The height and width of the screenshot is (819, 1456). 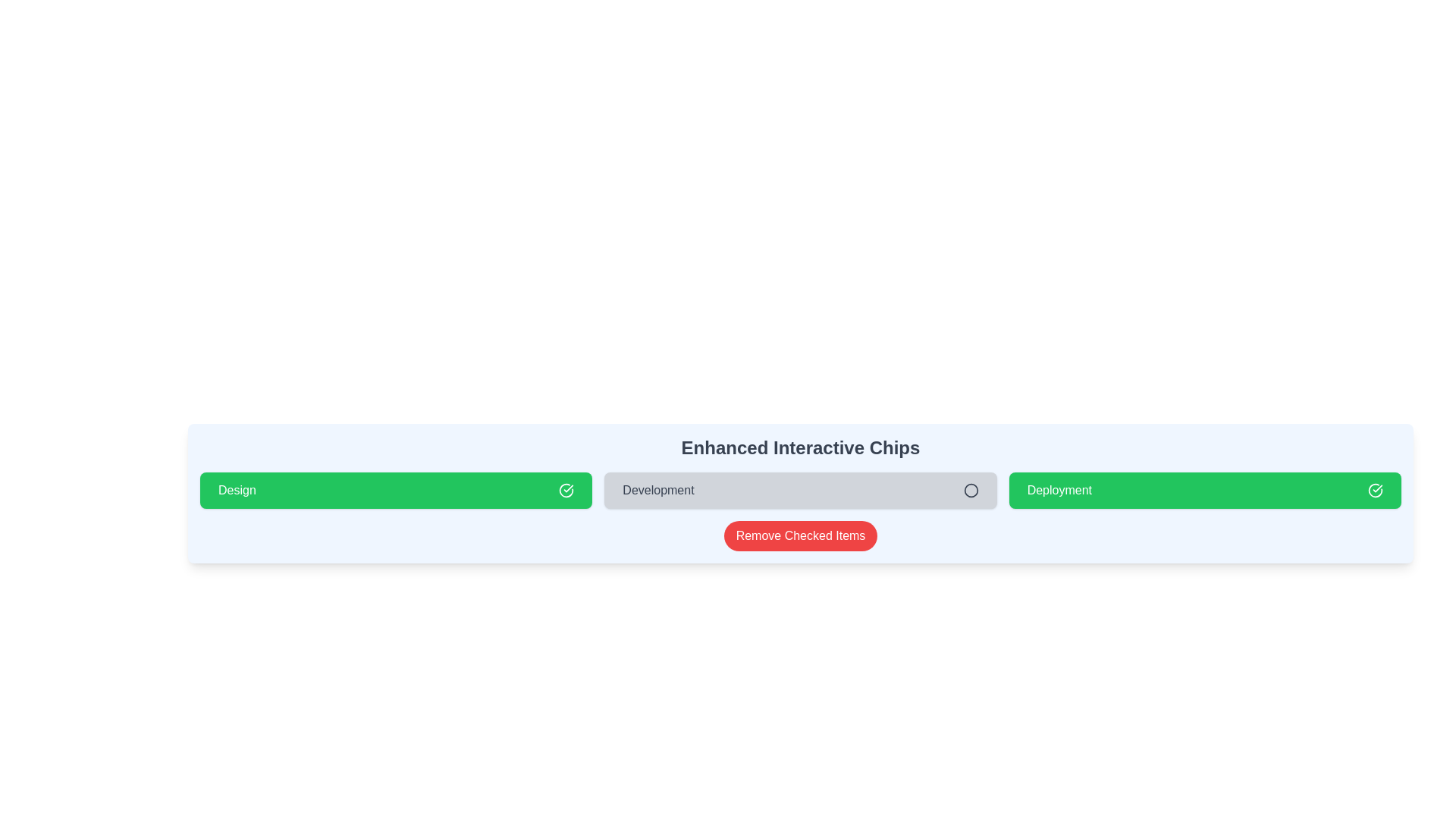 What do you see at coordinates (396, 491) in the screenshot?
I see `the chip labeled 'Design' to observe the hover effect` at bounding box center [396, 491].